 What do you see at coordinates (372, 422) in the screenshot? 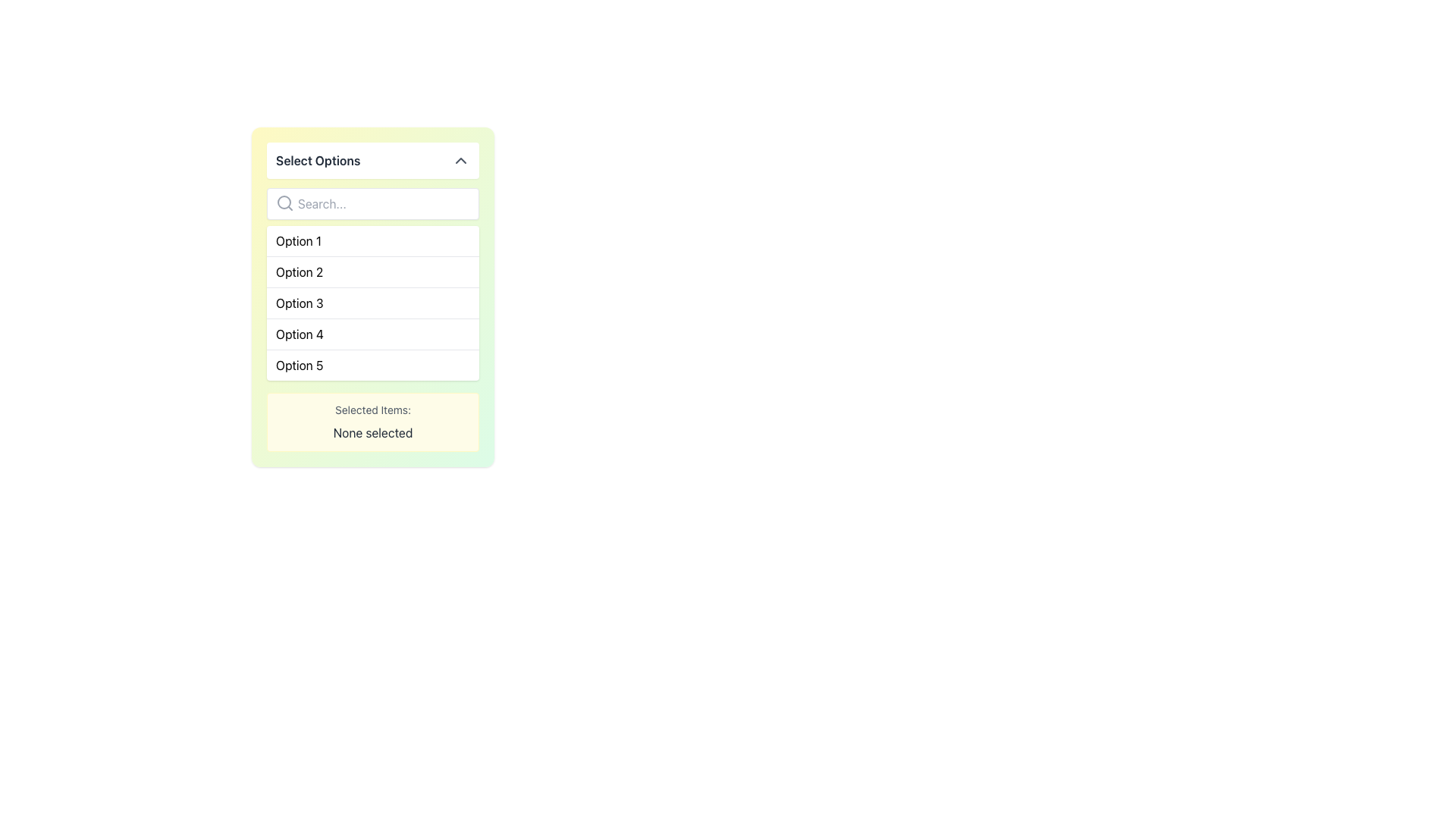
I see `the Informational display panel that shows the current status indicating no items are selected, positioned beneath 'Option 5'` at bounding box center [372, 422].